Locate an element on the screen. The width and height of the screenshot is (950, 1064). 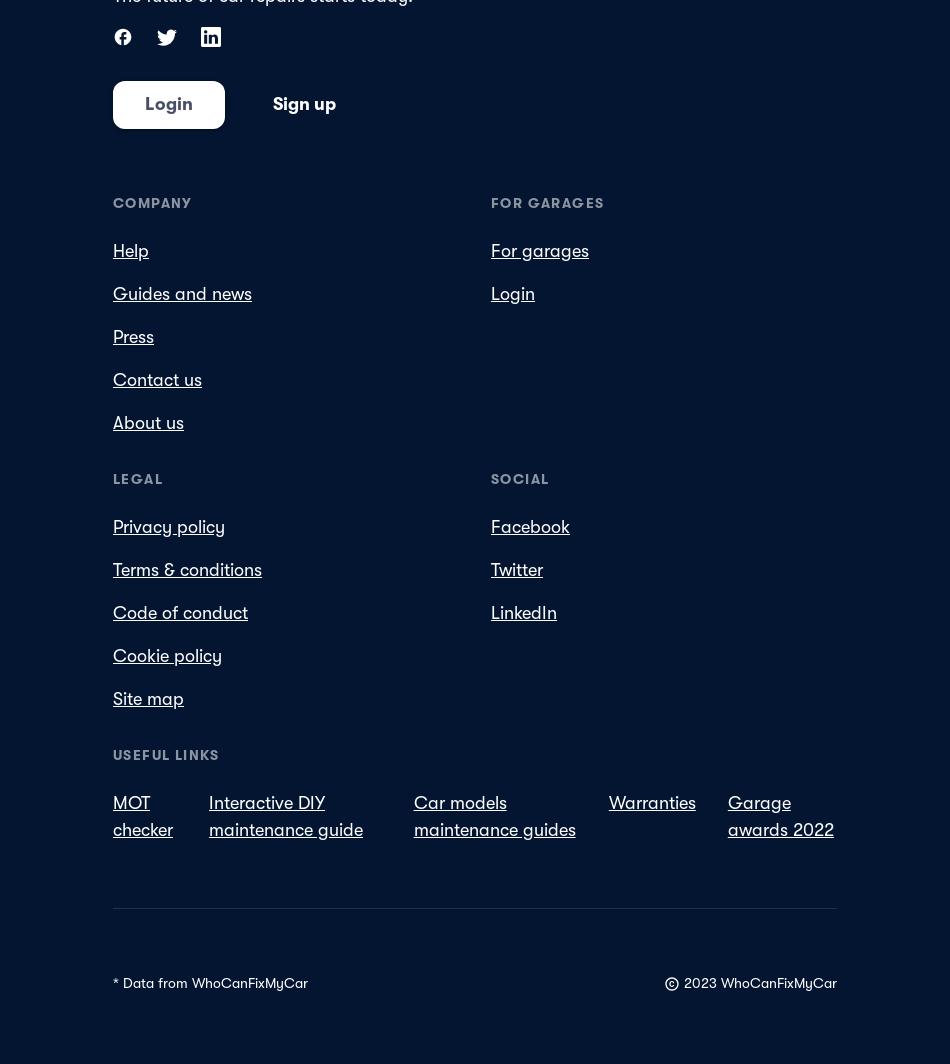
'Warranties' is located at coordinates (651, 802).